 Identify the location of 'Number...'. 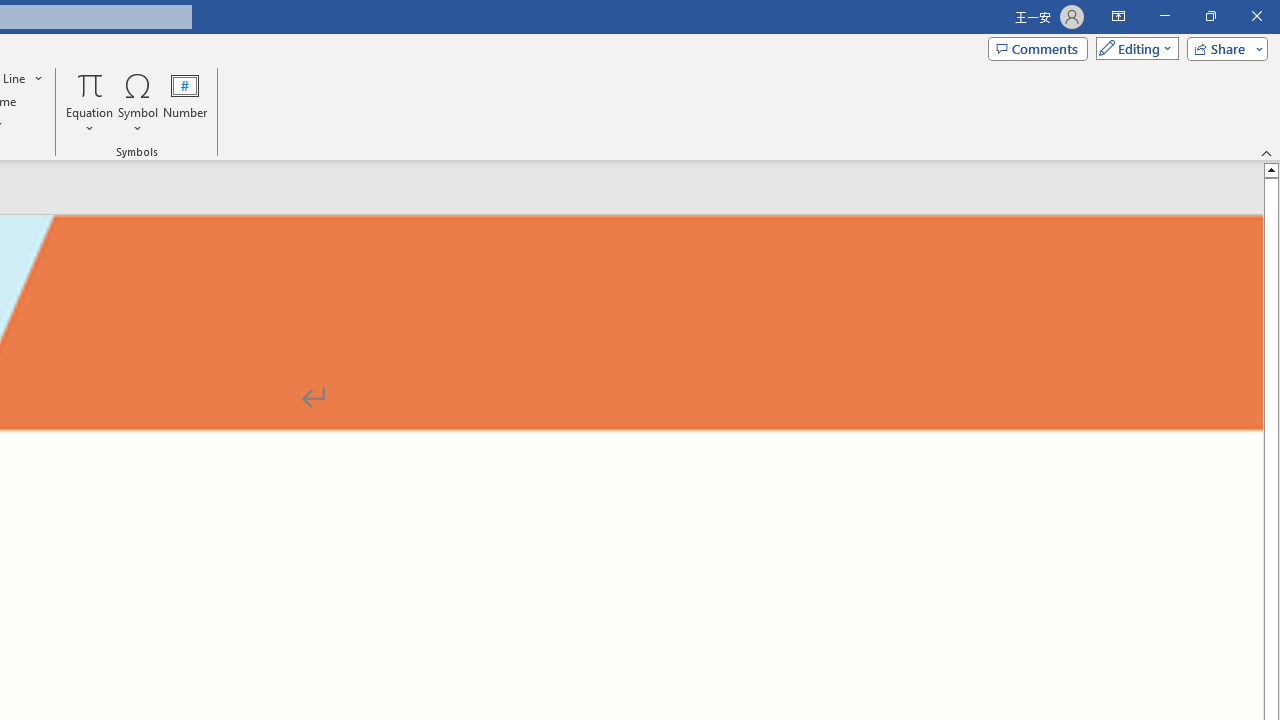
(185, 103).